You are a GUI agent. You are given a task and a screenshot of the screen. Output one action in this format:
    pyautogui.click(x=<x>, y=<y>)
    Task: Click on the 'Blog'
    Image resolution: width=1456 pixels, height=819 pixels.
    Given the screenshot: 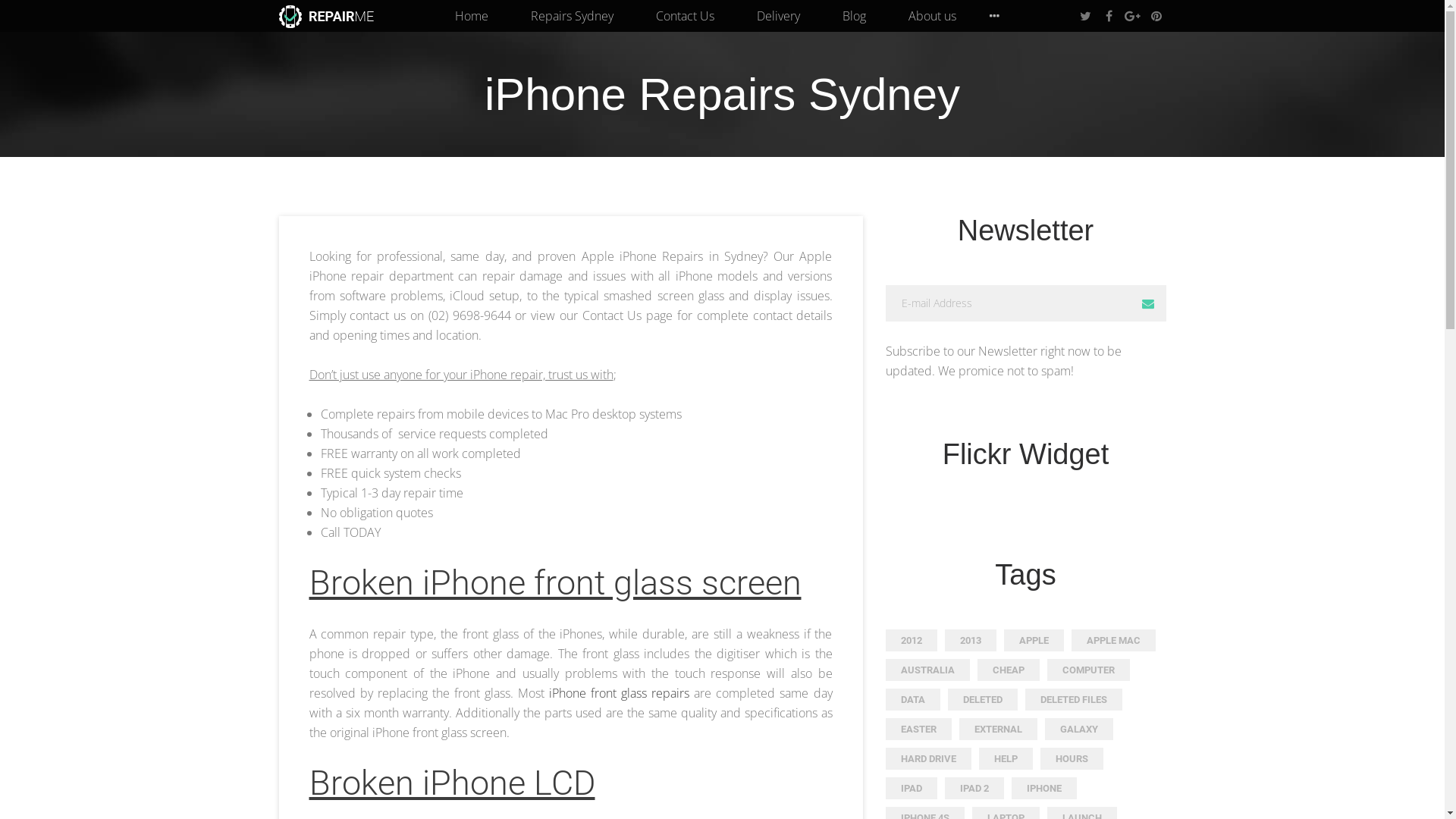 What is the action you would take?
    pyautogui.click(x=853, y=15)
    